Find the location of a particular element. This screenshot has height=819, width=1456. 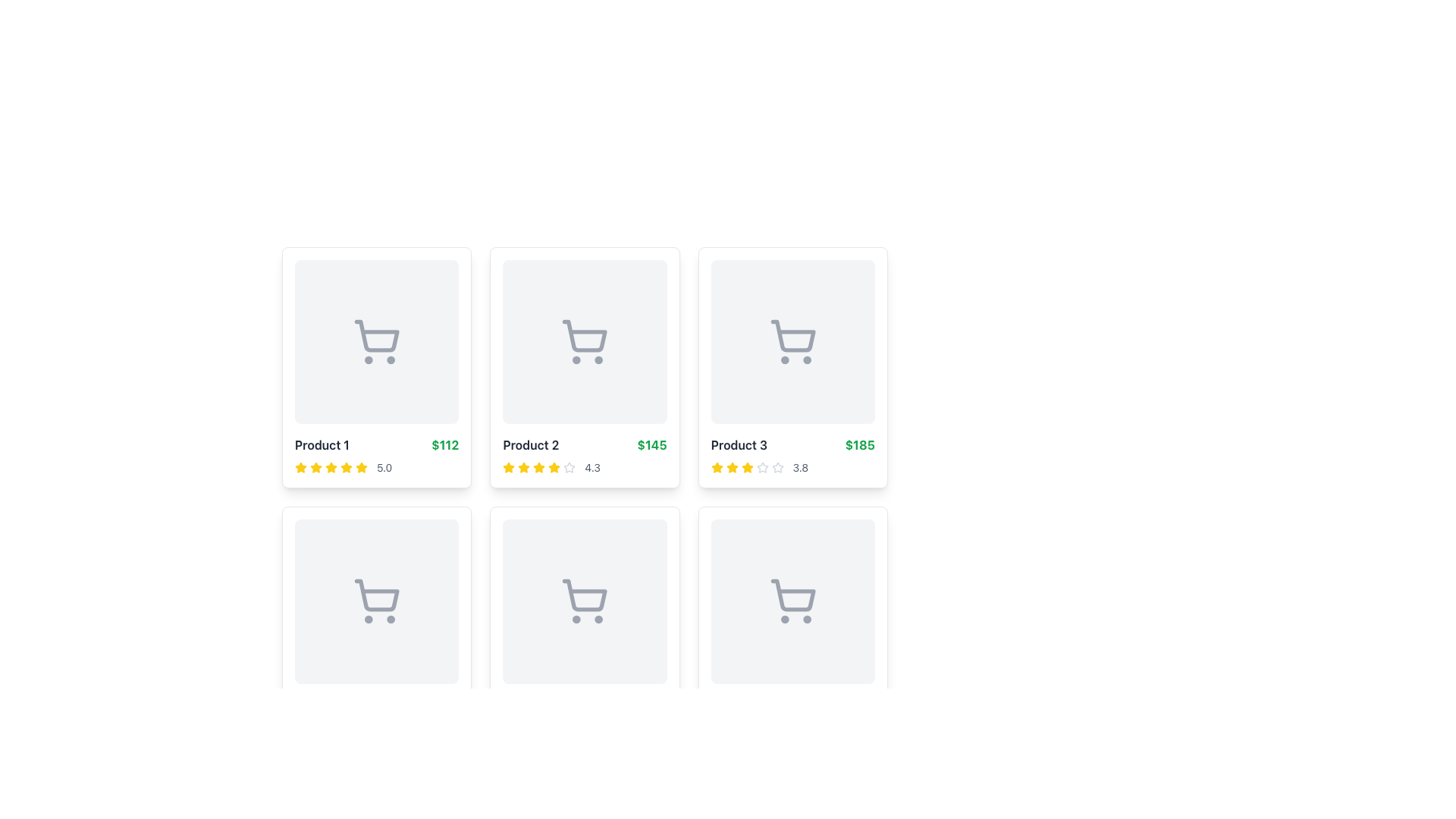

the favorite button located at the top-right corner of the bottom-left square item within the grid layout, which serves is located at coordinates (435, 541).